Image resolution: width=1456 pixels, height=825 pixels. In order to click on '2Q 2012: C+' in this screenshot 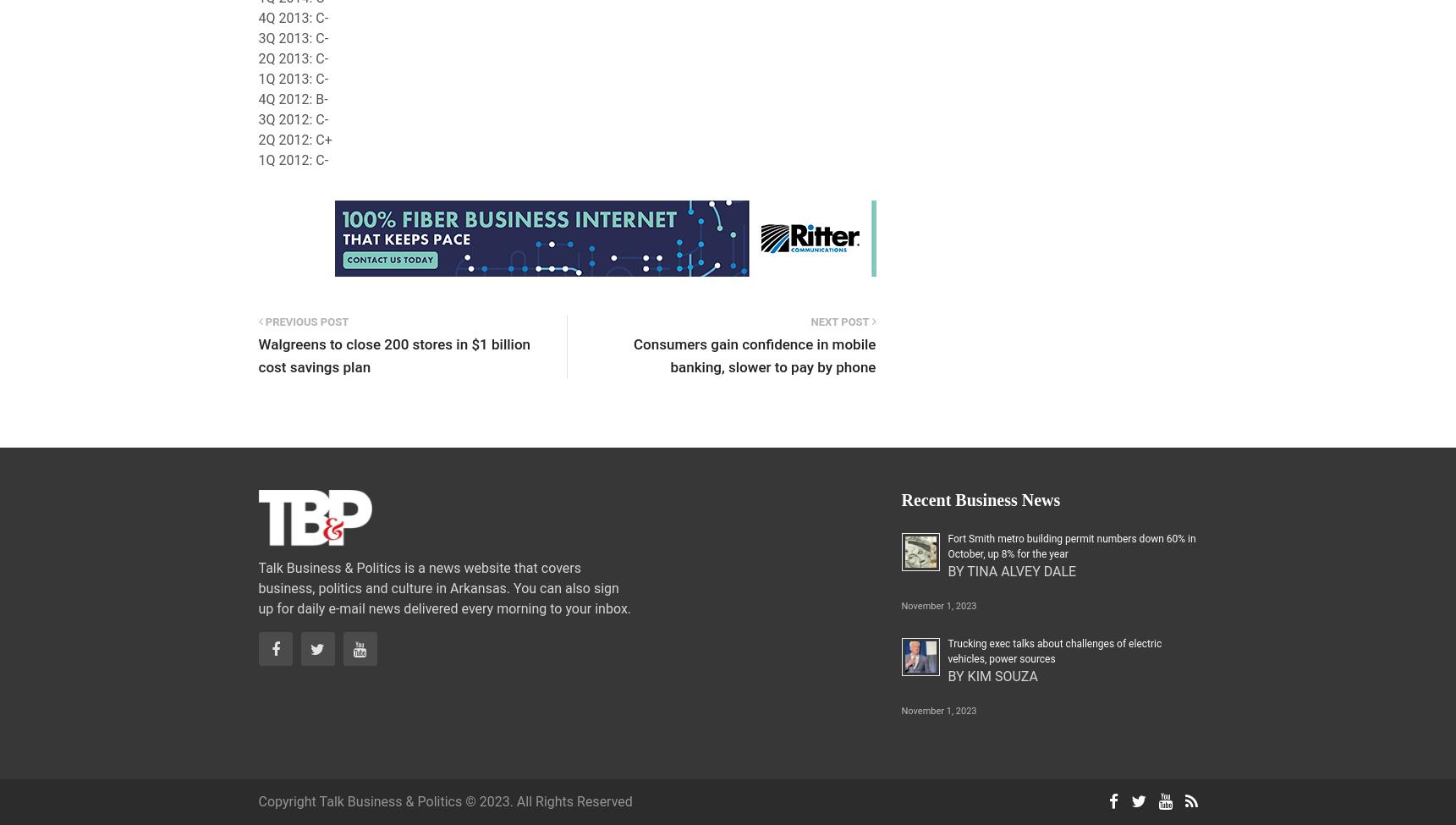, I will do `click(294, 139)`.